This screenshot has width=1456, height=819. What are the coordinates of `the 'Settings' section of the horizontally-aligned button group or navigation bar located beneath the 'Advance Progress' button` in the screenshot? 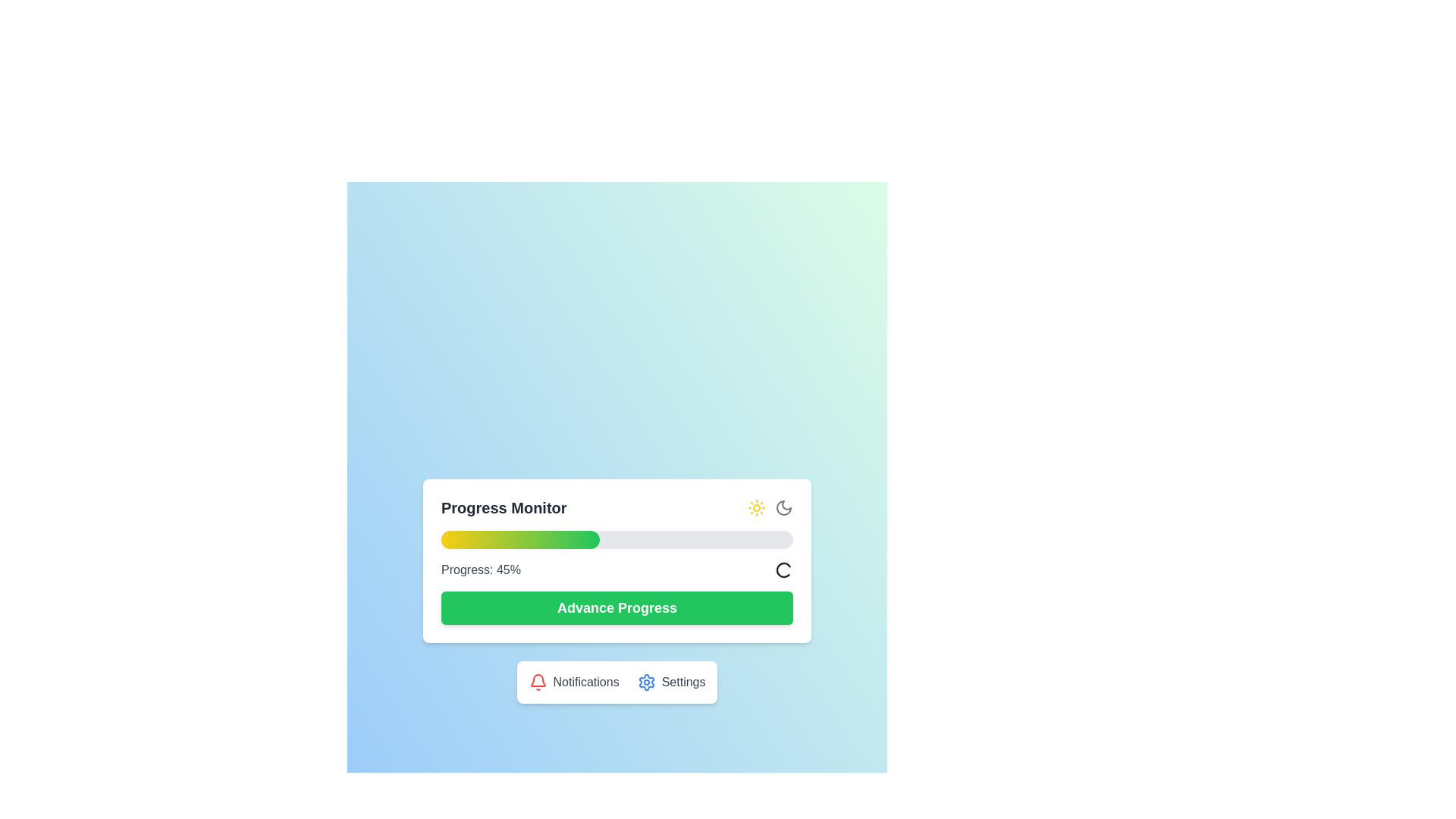 It's located at (617, 681).